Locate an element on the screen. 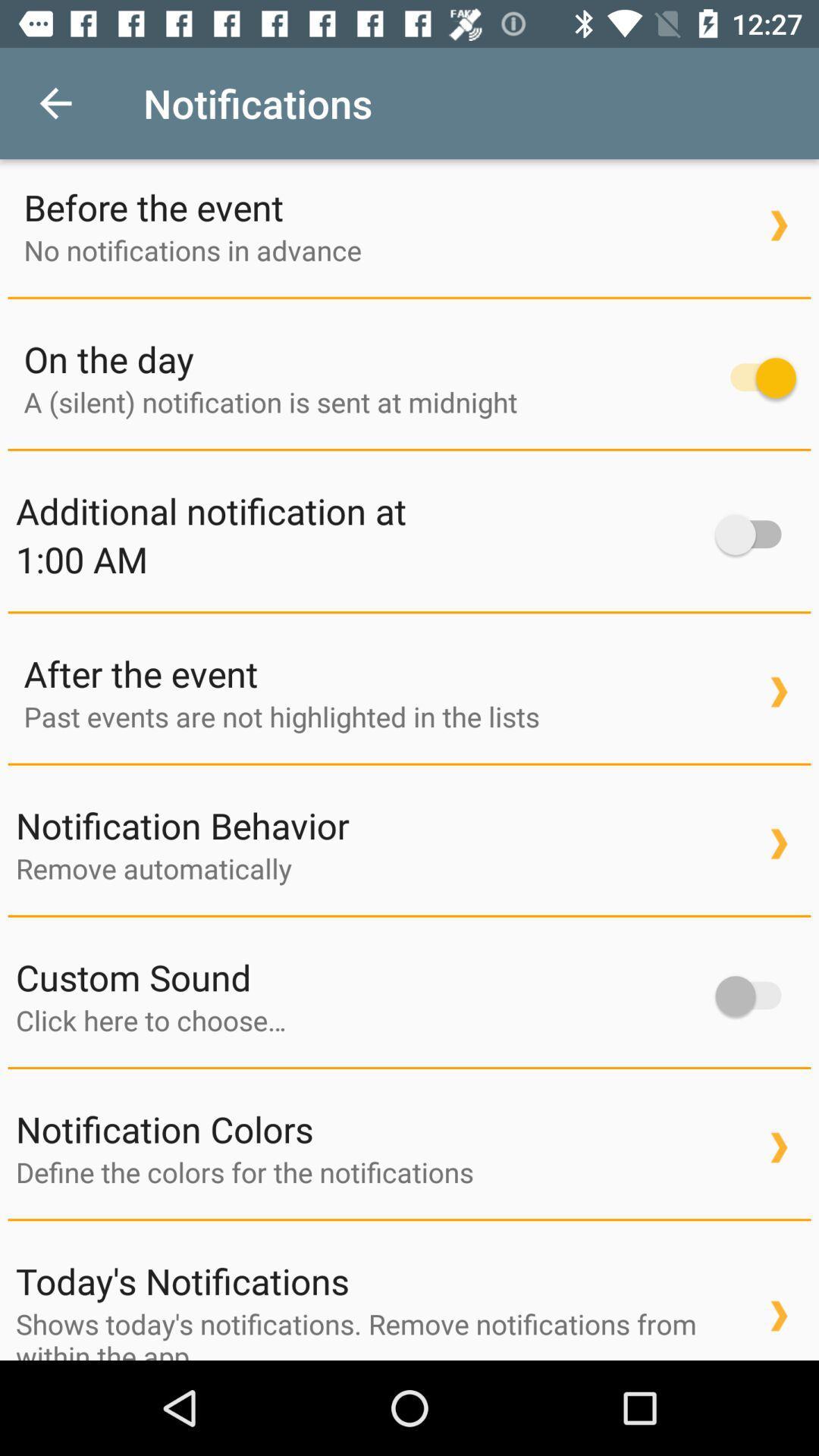  item to the right of the custom sound is located at coordinates (755, 996).